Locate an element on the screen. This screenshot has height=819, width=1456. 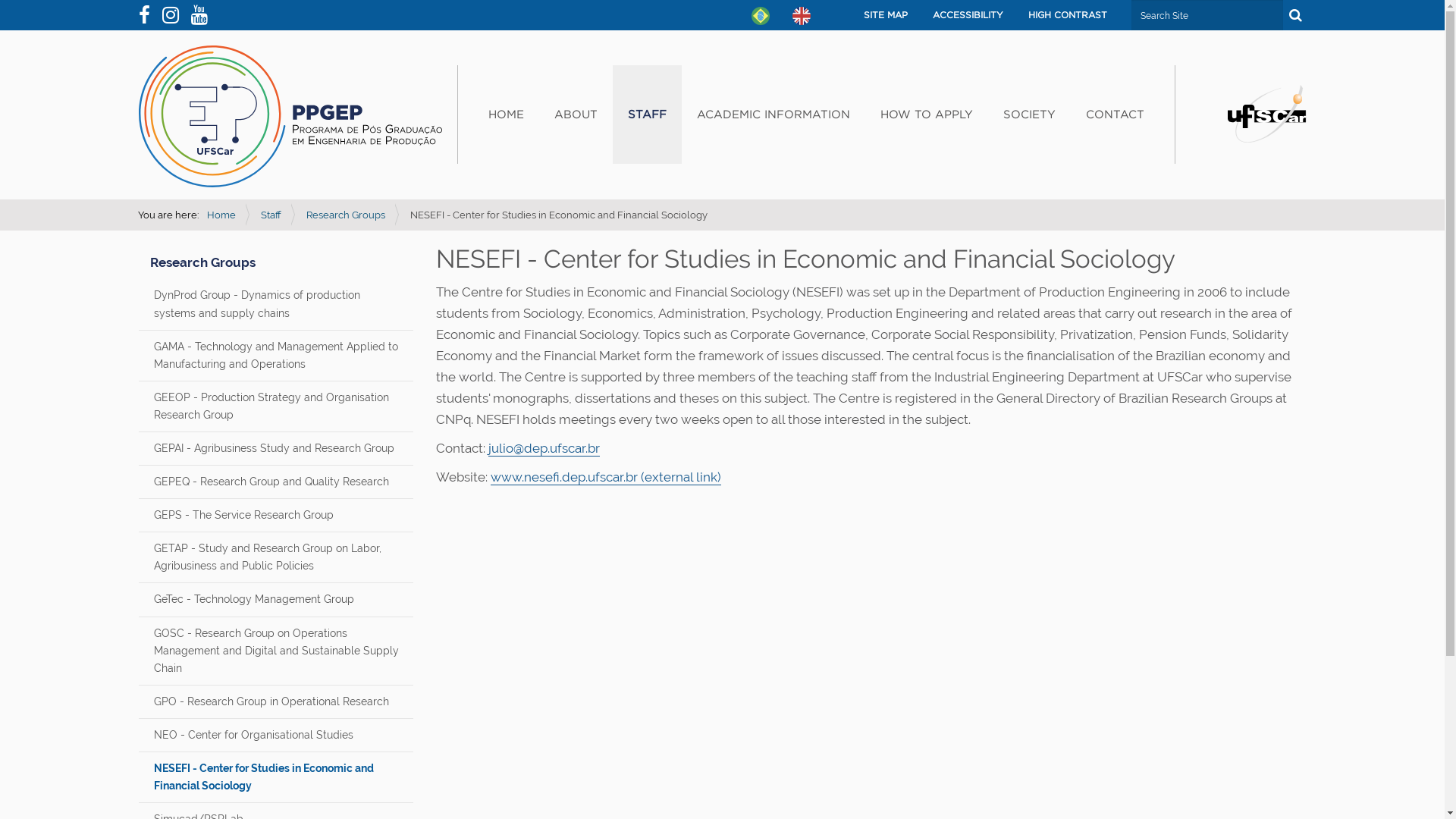
'SITE MAP' is located at coordinates (884, 14).